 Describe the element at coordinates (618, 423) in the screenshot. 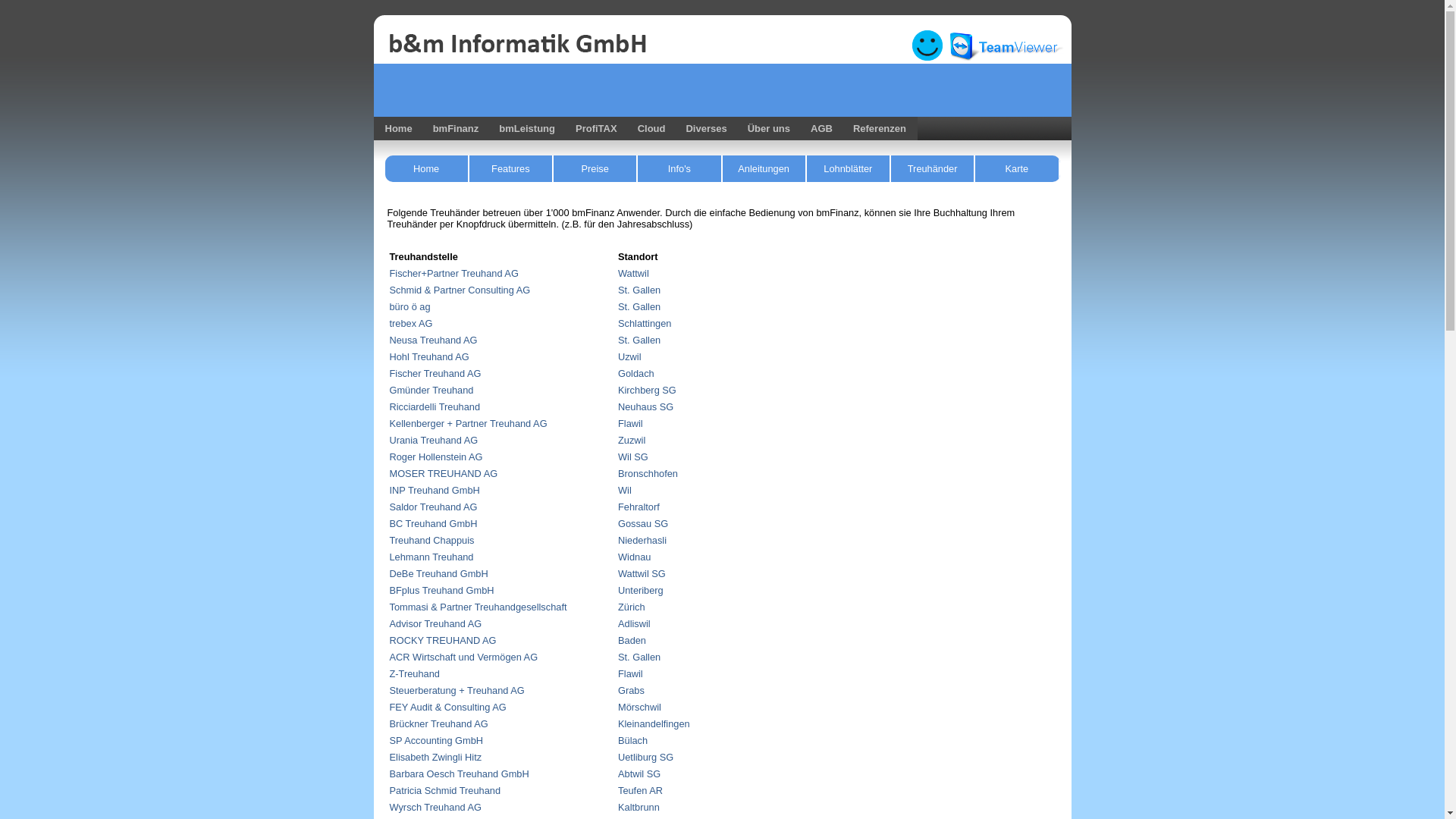

I see `'Flawil'` at that location.